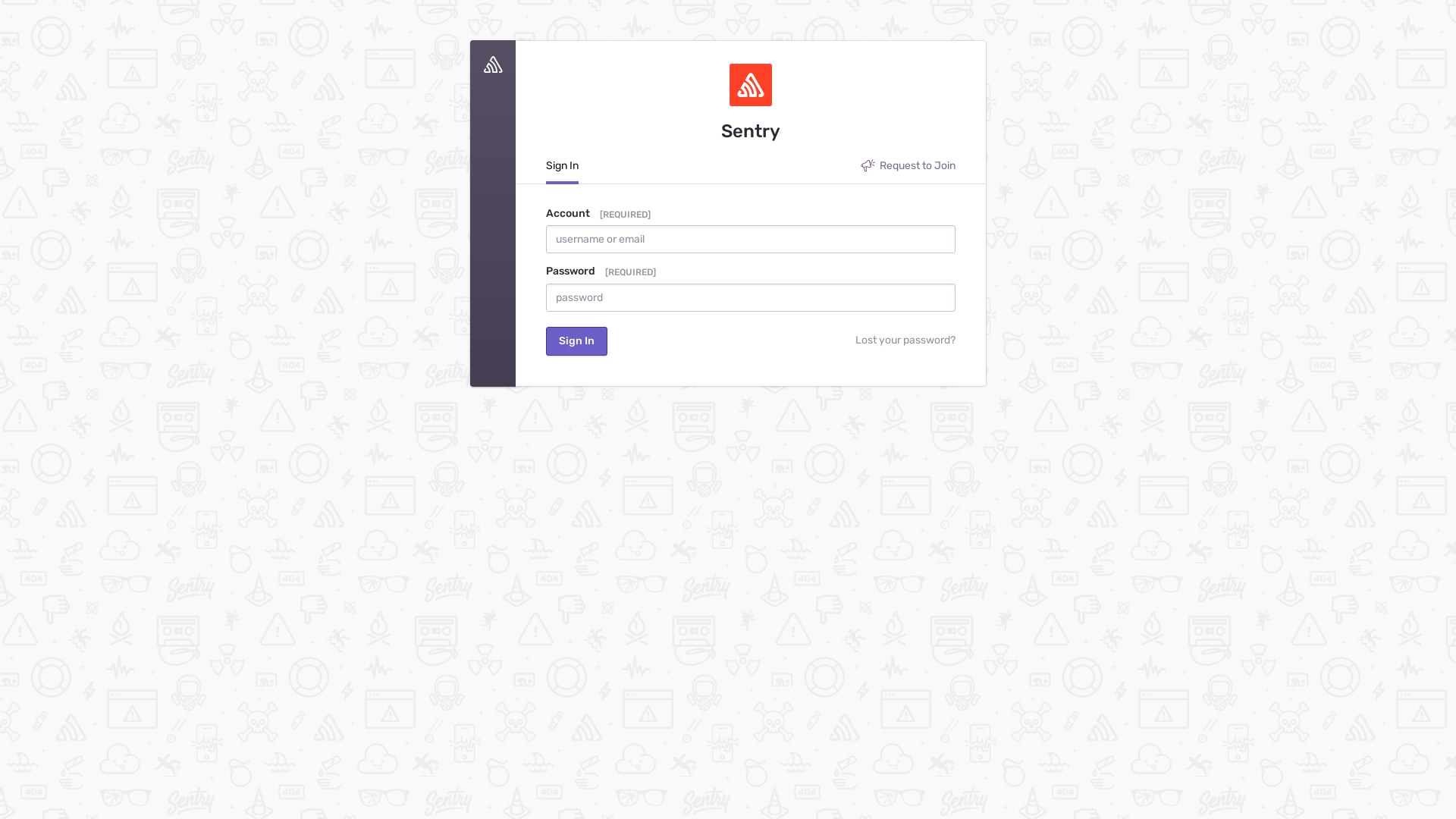 This screenshot has width=1456, height=819. I want to click on 'Sign In', so click(576, 341).